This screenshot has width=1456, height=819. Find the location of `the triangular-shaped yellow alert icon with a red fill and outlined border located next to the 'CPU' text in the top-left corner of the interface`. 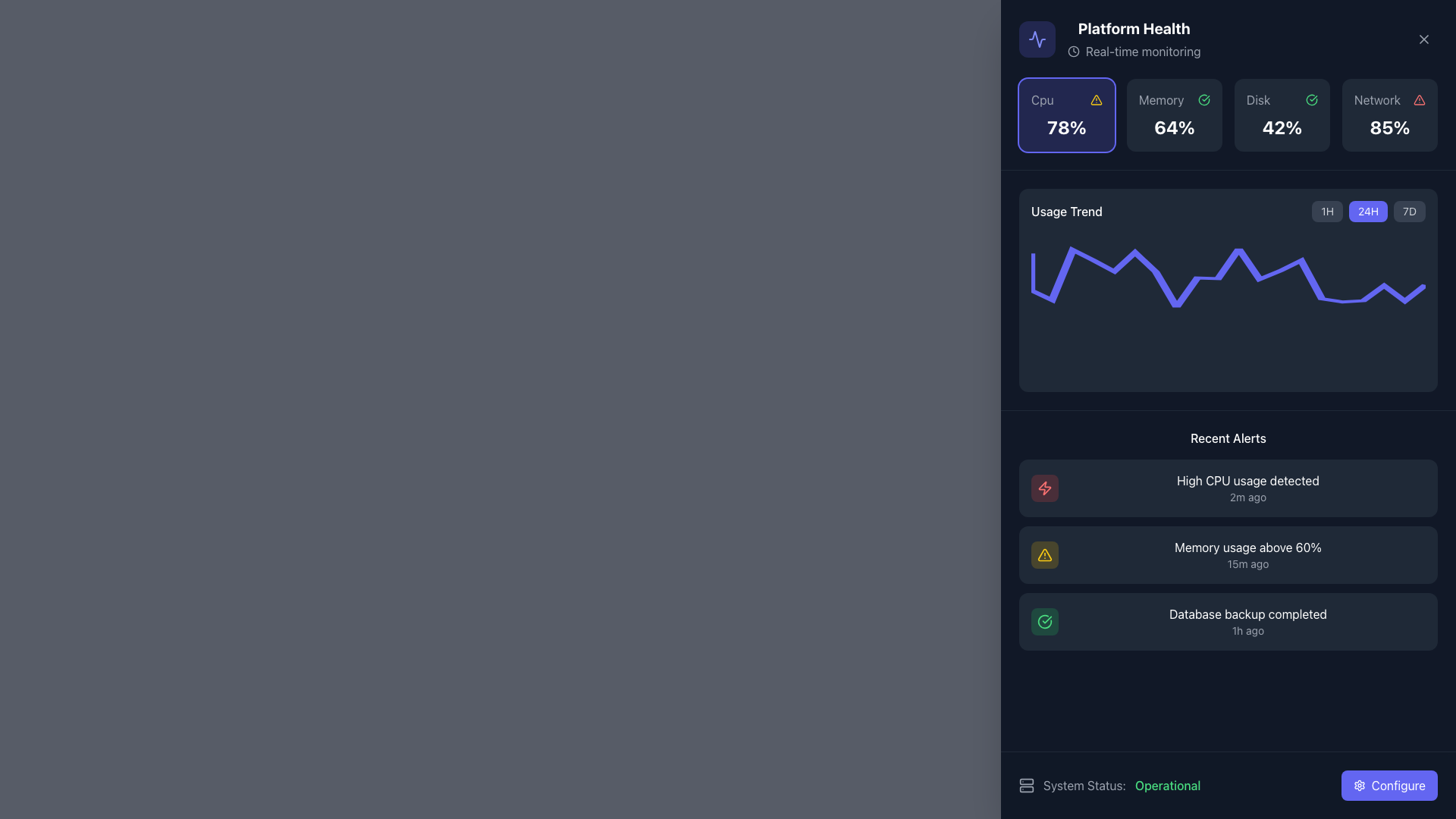

the triangular-shaped yellow alert icon with a red fill and outlined border located next to the 'CPU' text in the top-left corner of the interface is located at coordinates (1096, 99).